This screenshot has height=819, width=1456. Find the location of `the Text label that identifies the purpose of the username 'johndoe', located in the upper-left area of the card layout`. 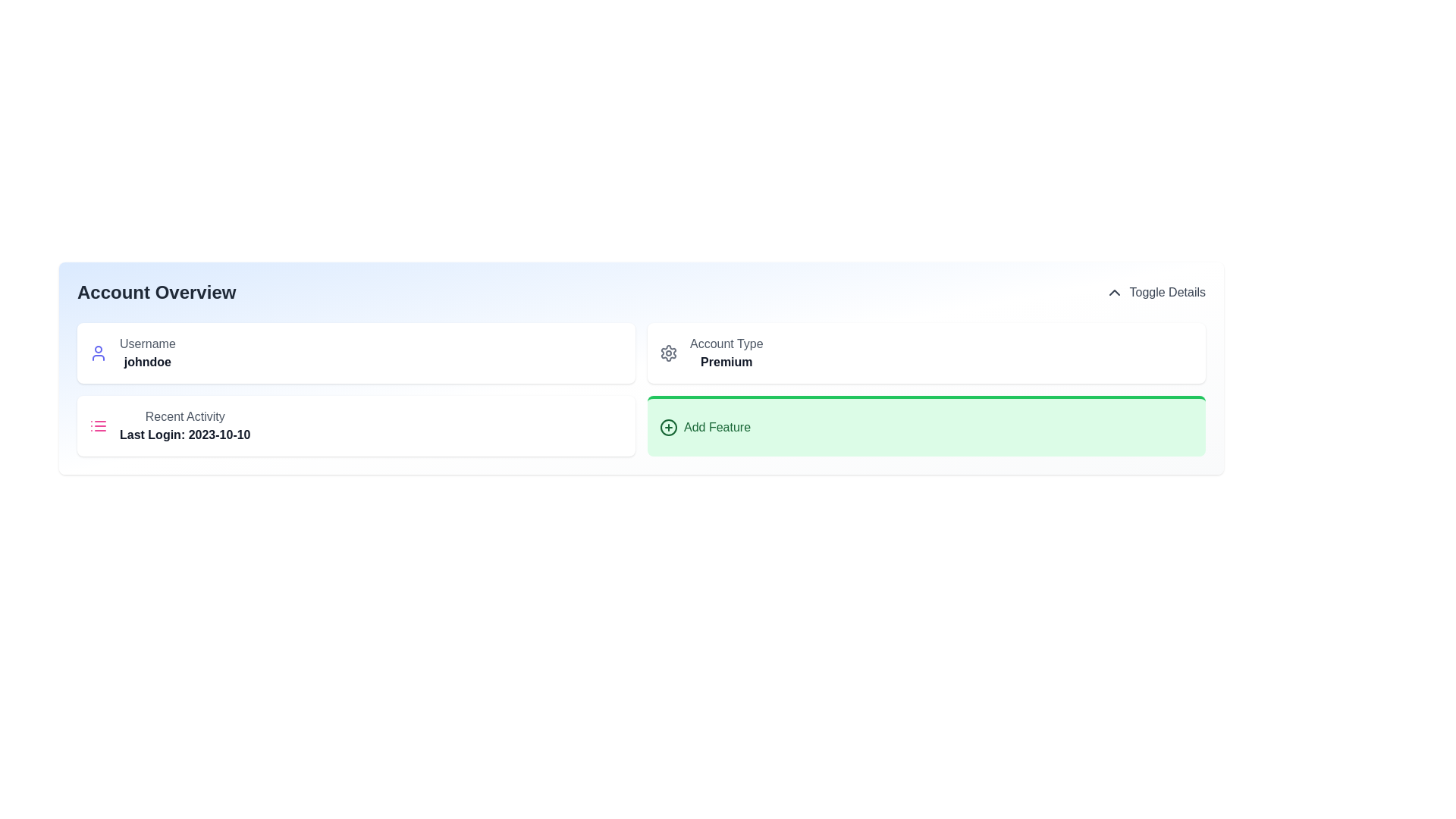

the Text label that identifies the purpose of the username 'johndoe', located in the upper-left area of the card layout is located at coordinates (147, 344).